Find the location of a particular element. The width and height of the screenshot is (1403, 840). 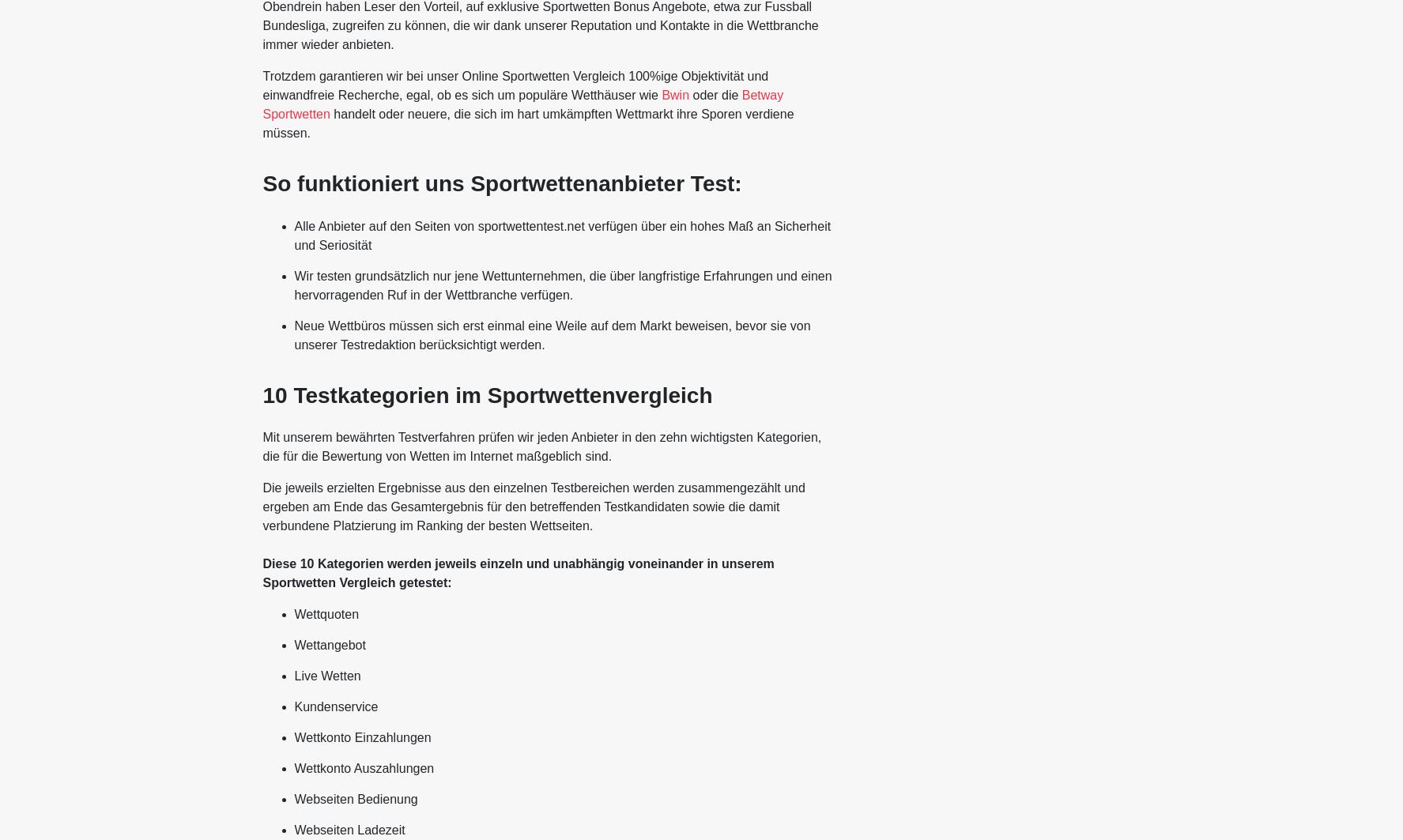

'Wettkonto Auszahlungen' is located at coordinates (364, 767).